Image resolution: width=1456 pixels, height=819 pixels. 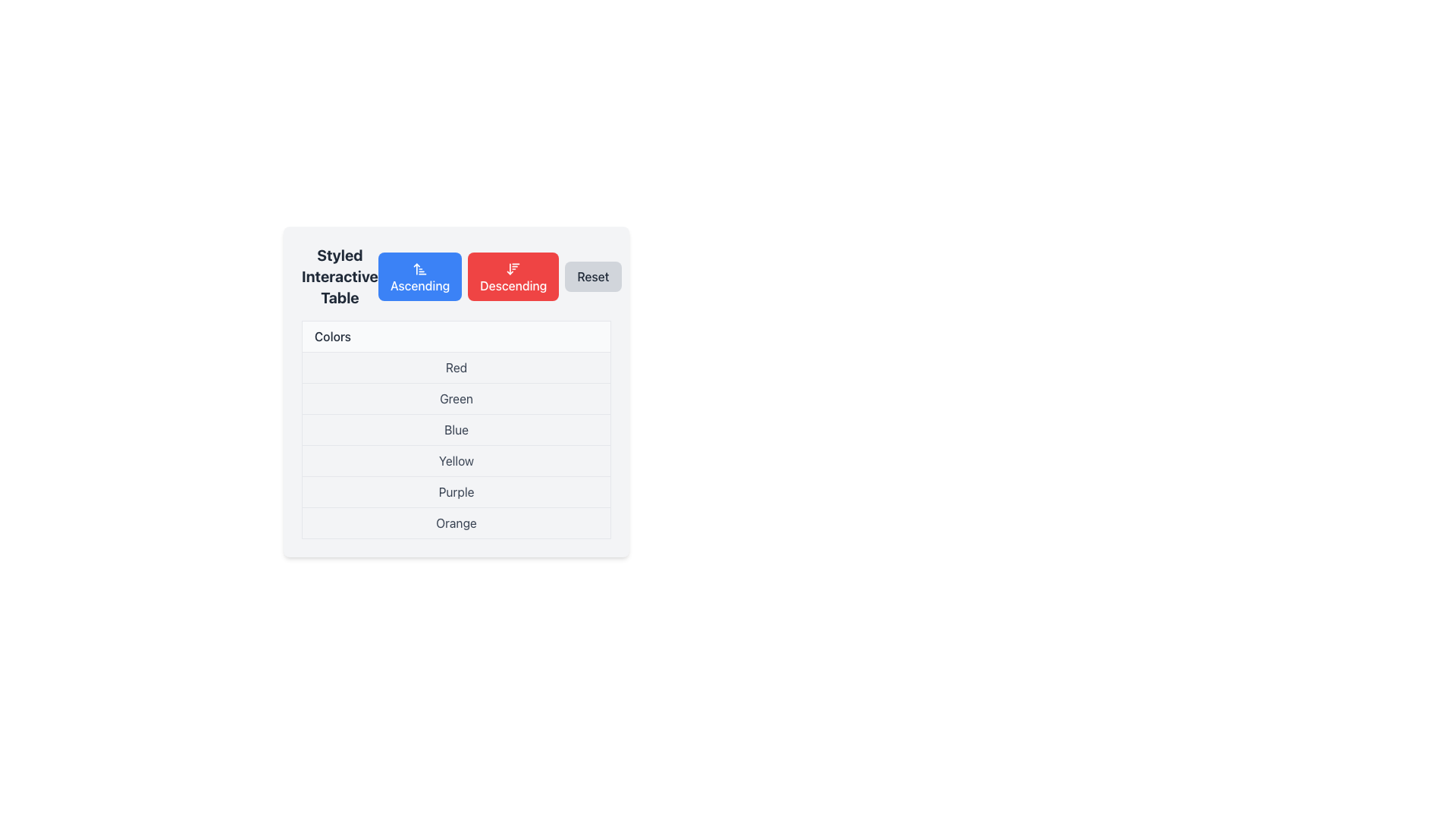 What do you see at coordinates (339, 277) in the screenshot?
I see `text from the Text Label that serves as the title for the interactive table section, which is aligned to the leftmost side and precedes the interactive controls` at bounding box center [339, 277].